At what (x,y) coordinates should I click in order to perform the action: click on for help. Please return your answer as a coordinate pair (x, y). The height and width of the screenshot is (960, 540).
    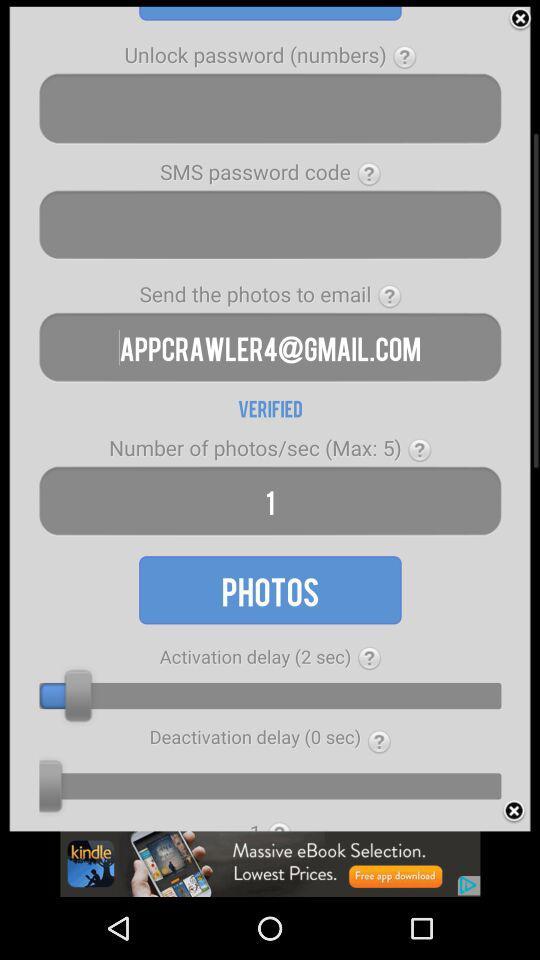
    Looking at the image, I should click on (368, 657).